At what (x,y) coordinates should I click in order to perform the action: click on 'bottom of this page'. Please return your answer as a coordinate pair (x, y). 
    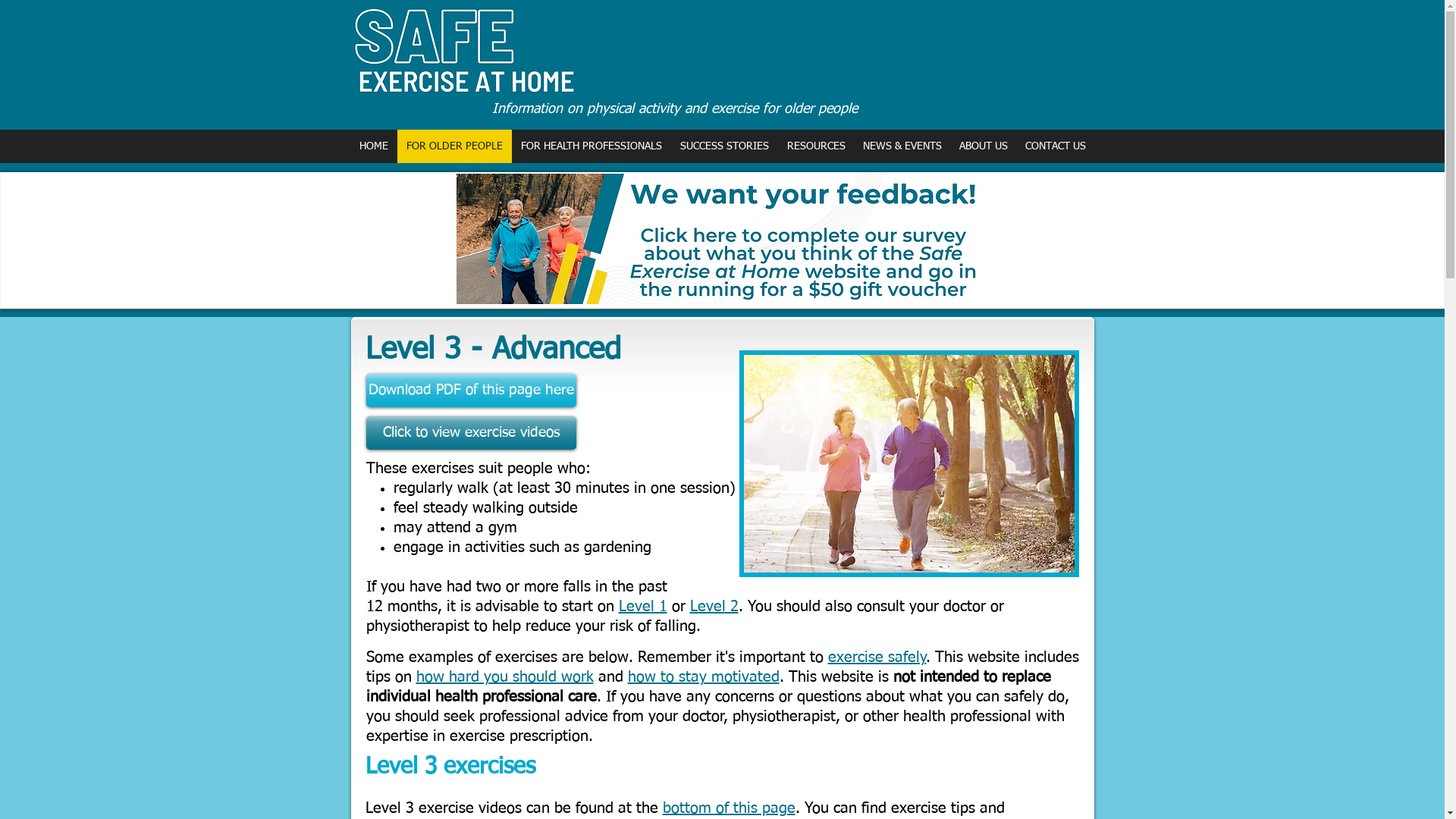
    Looking at the image, I should click on (729, 807).